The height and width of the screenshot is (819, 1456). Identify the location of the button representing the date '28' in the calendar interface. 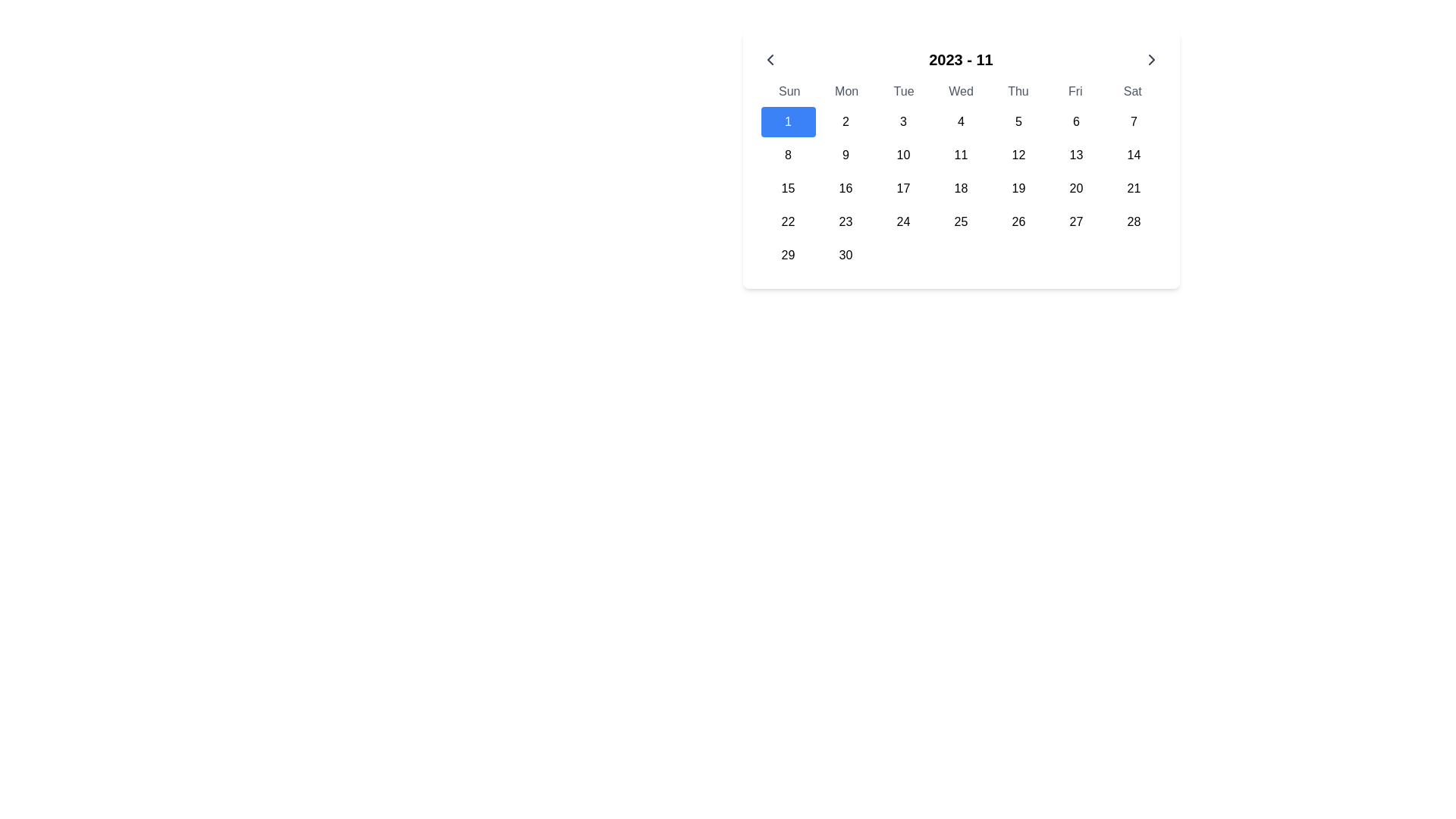
(1134, 222).